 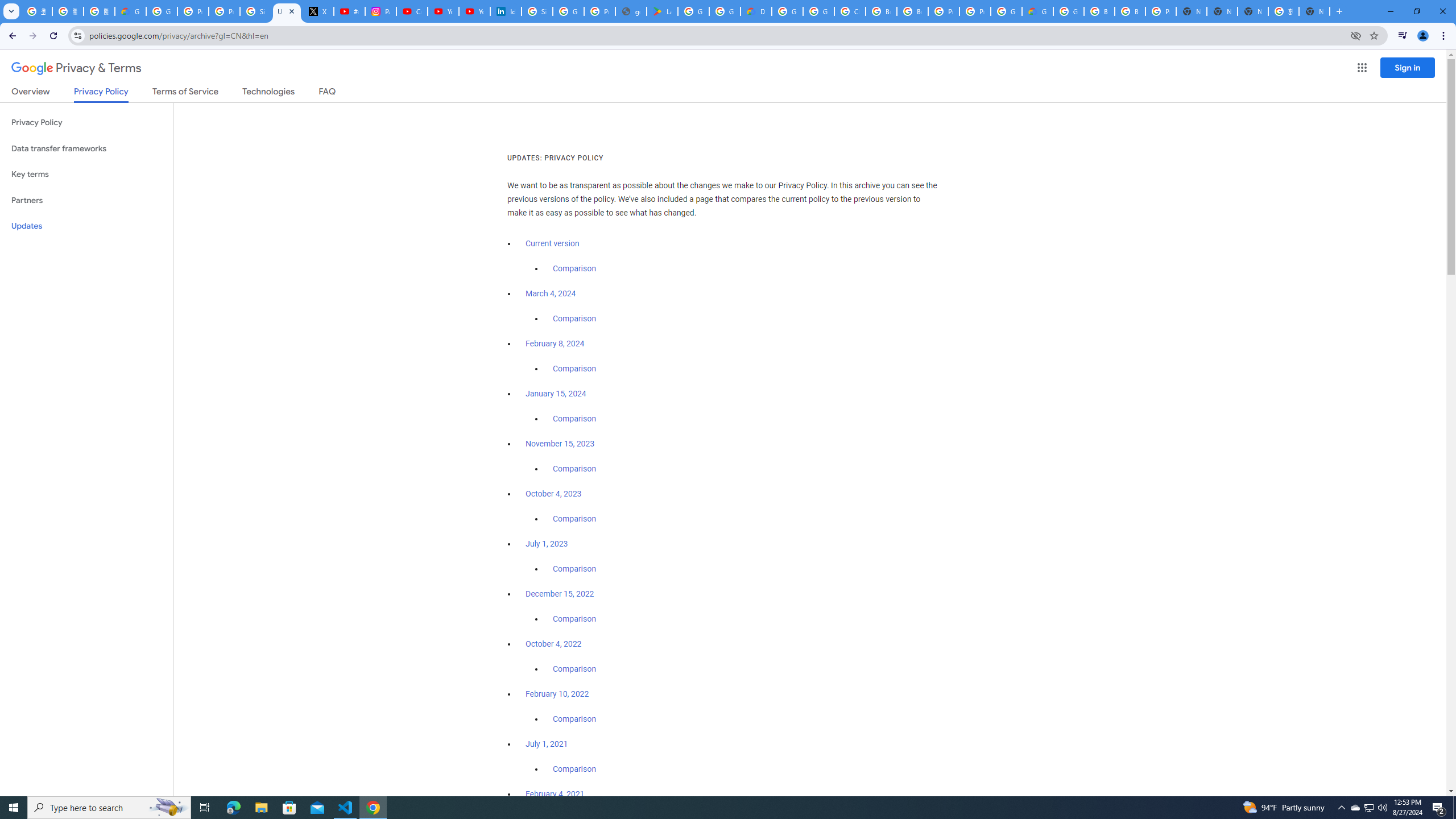 I want to click on 'December 15, 2022', so click(x=559, y=593).